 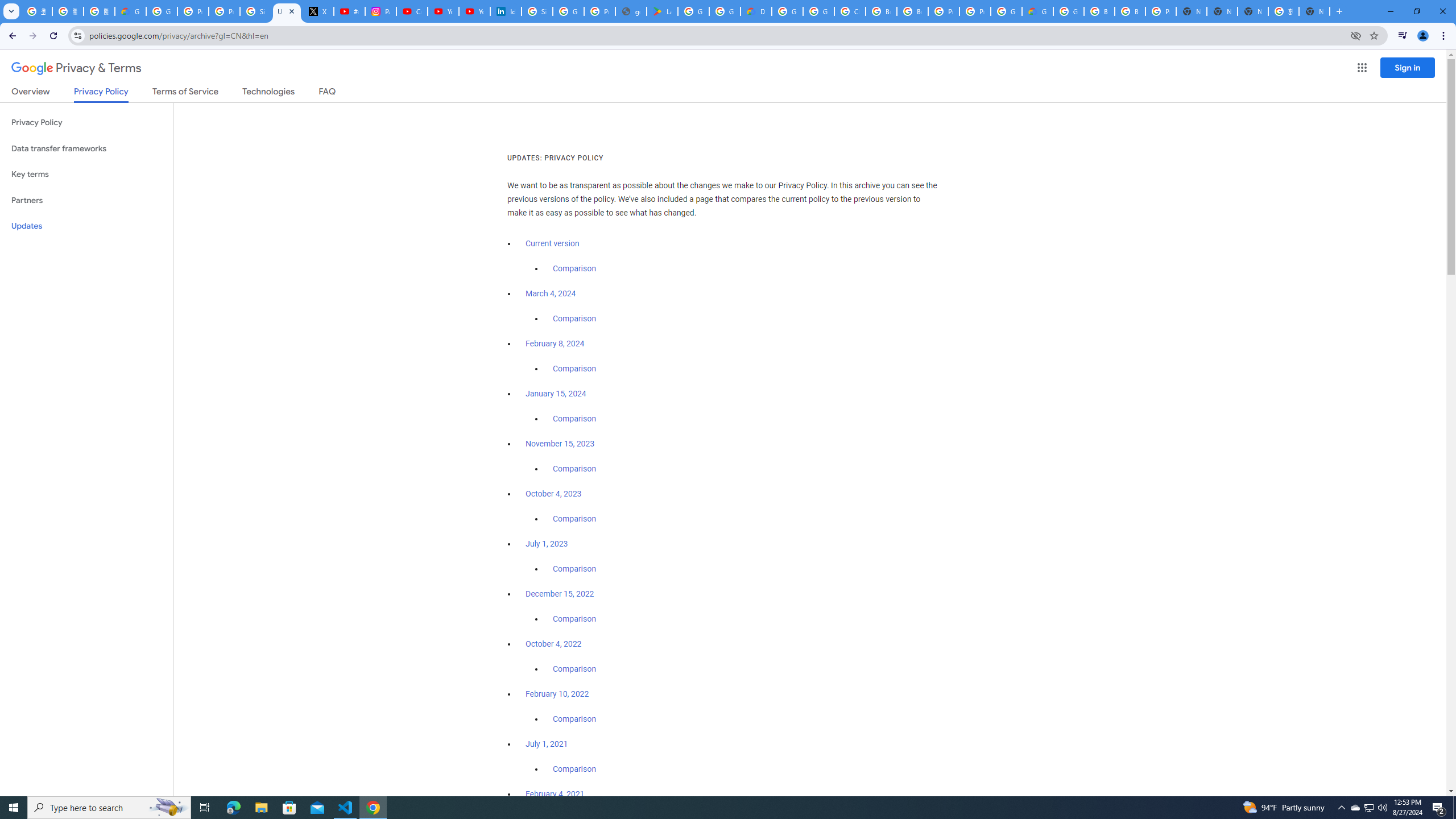 I want to click on 'December 15, 2022', so click(x=559, y=593).